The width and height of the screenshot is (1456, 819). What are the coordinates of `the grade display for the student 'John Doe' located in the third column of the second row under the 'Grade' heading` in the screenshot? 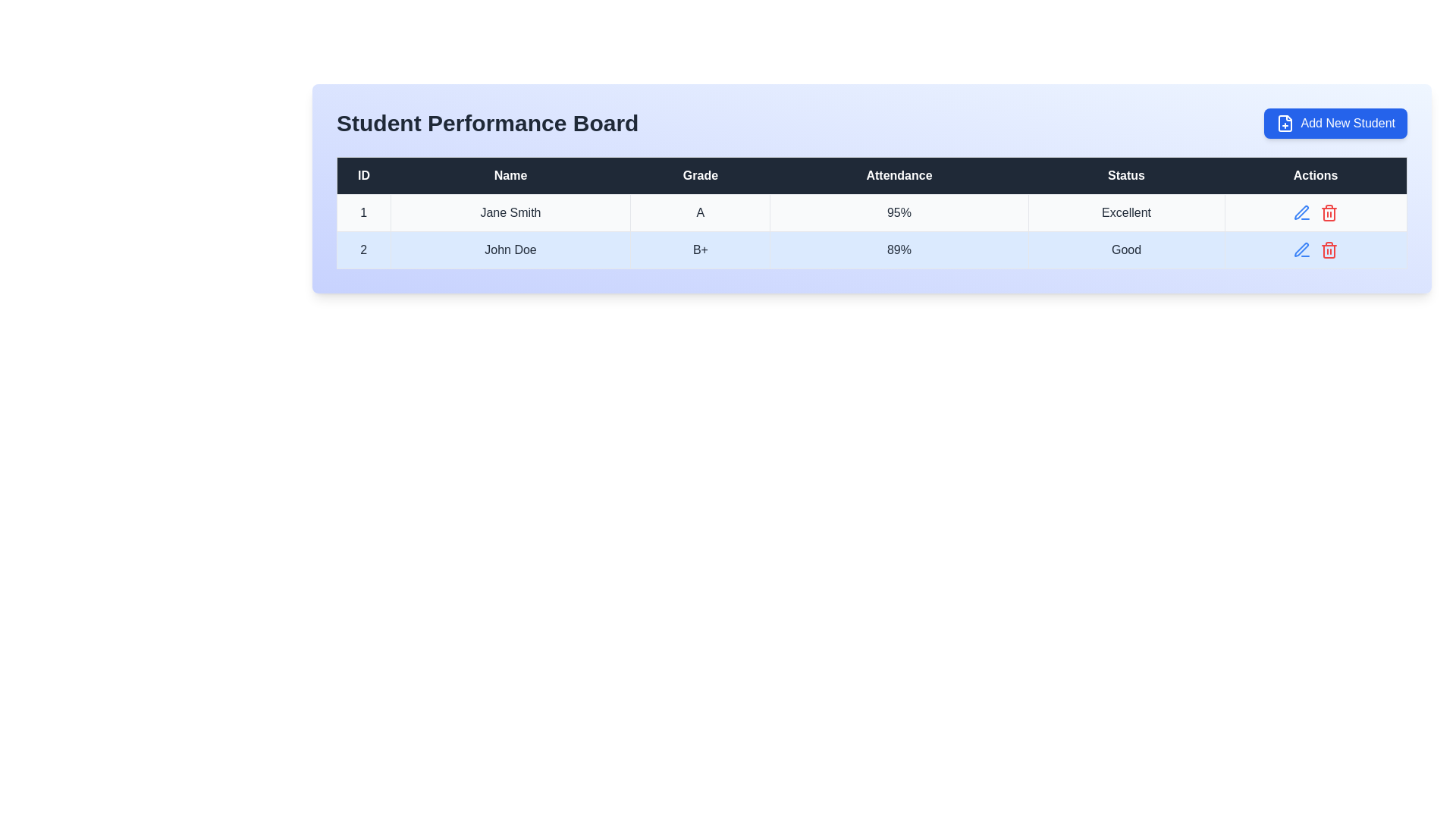 It's located at (699, 249).